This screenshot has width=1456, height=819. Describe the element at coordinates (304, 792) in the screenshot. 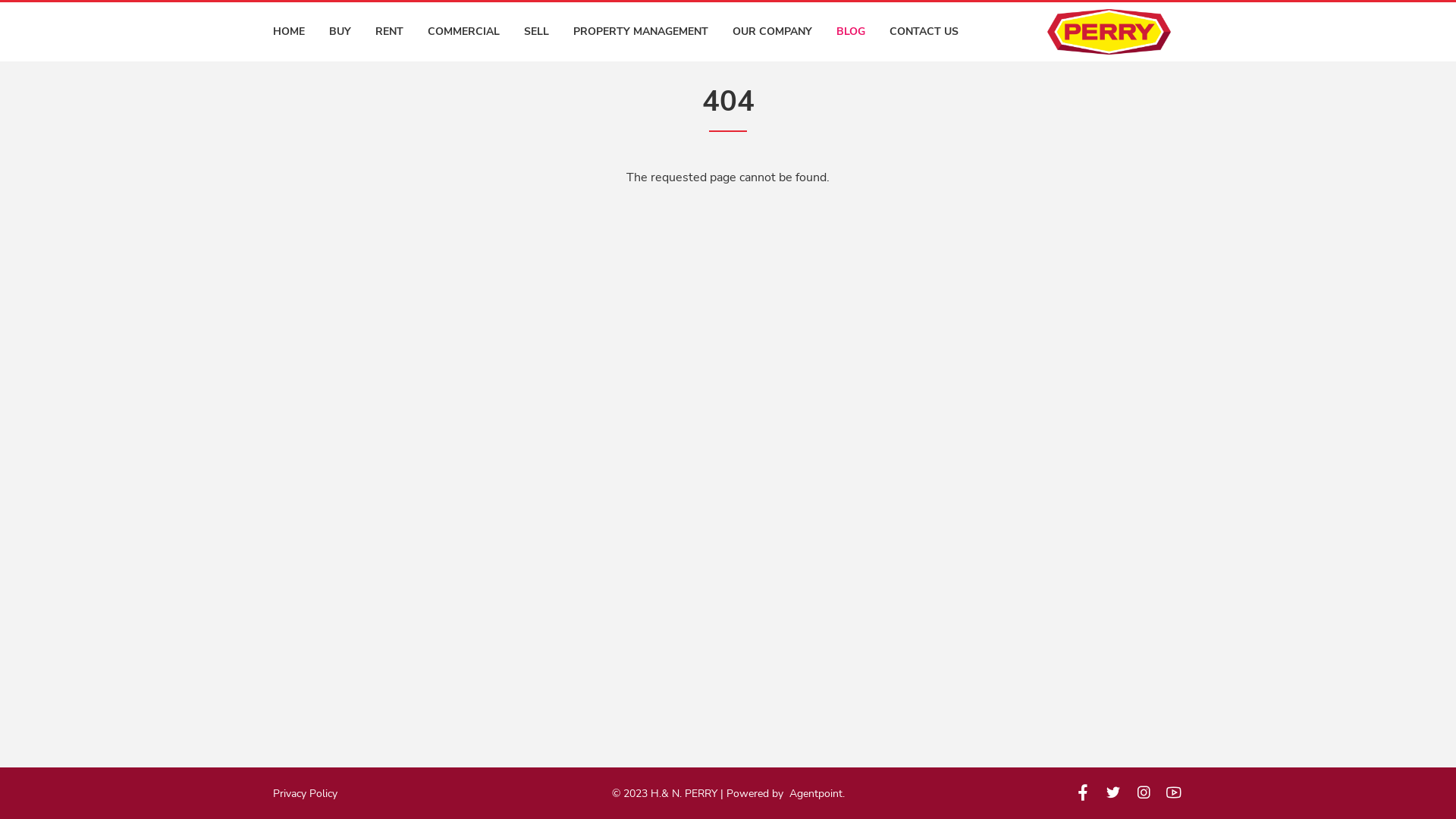

I see `'Privacy Policy'` at that location.